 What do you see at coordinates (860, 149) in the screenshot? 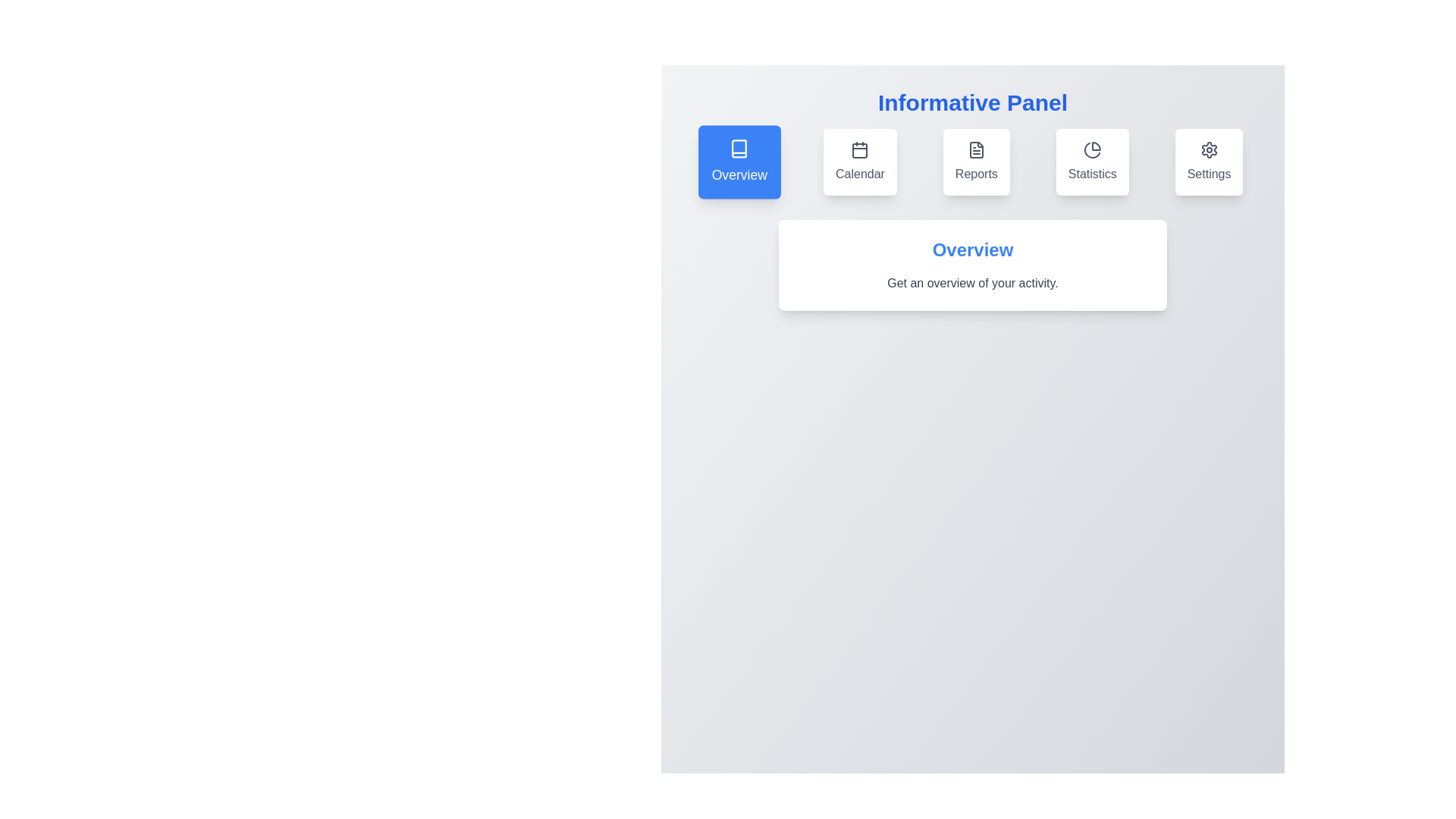
I see `the calendar icon, which is outlined in black and resembles a page of a calendar` at bounding box center [860, 149].